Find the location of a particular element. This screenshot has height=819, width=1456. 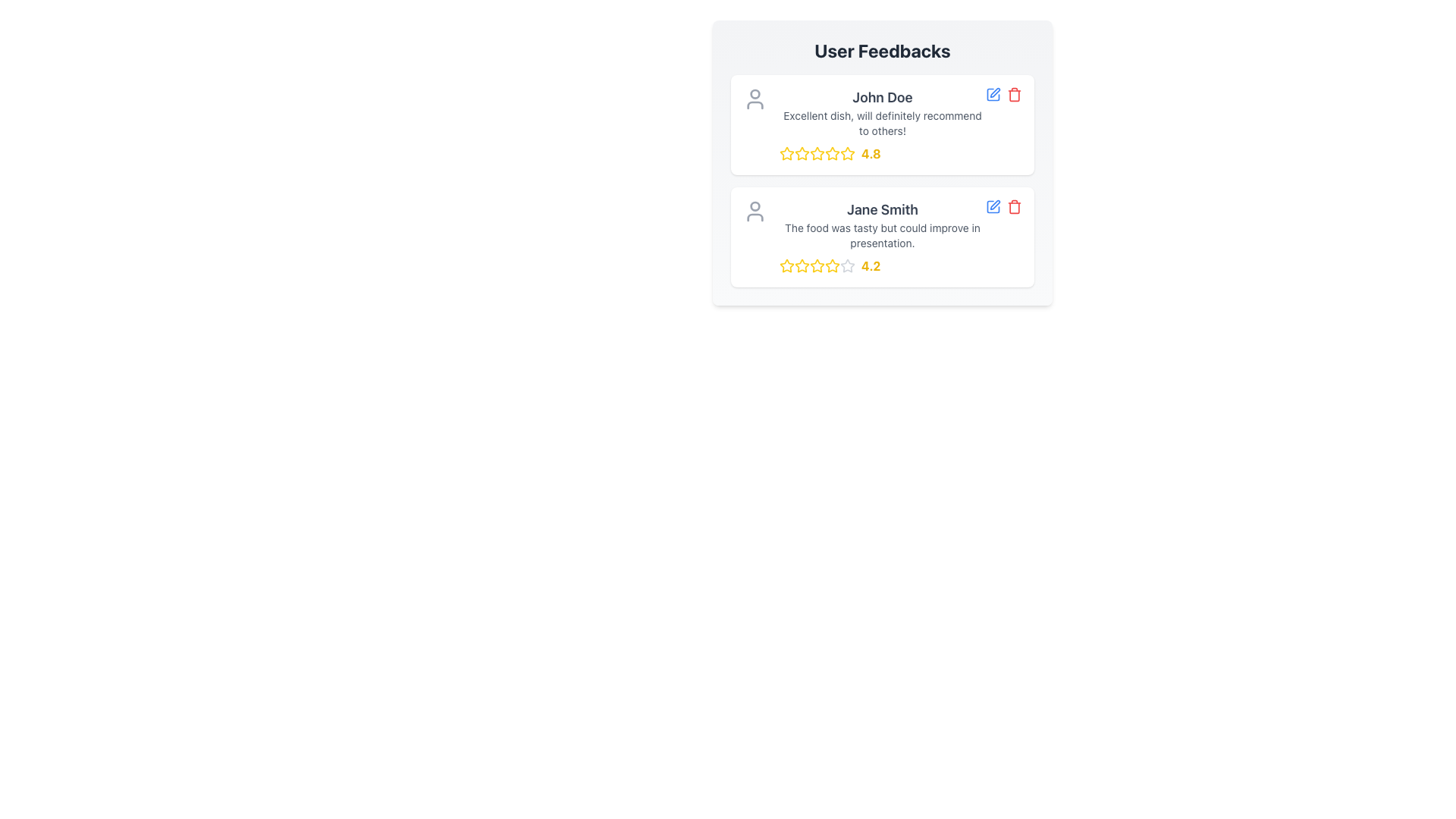

the third star icon in the star rating component located below 'John Doe' and above the rating score of 4.8 is located at coordinates (832, 153).